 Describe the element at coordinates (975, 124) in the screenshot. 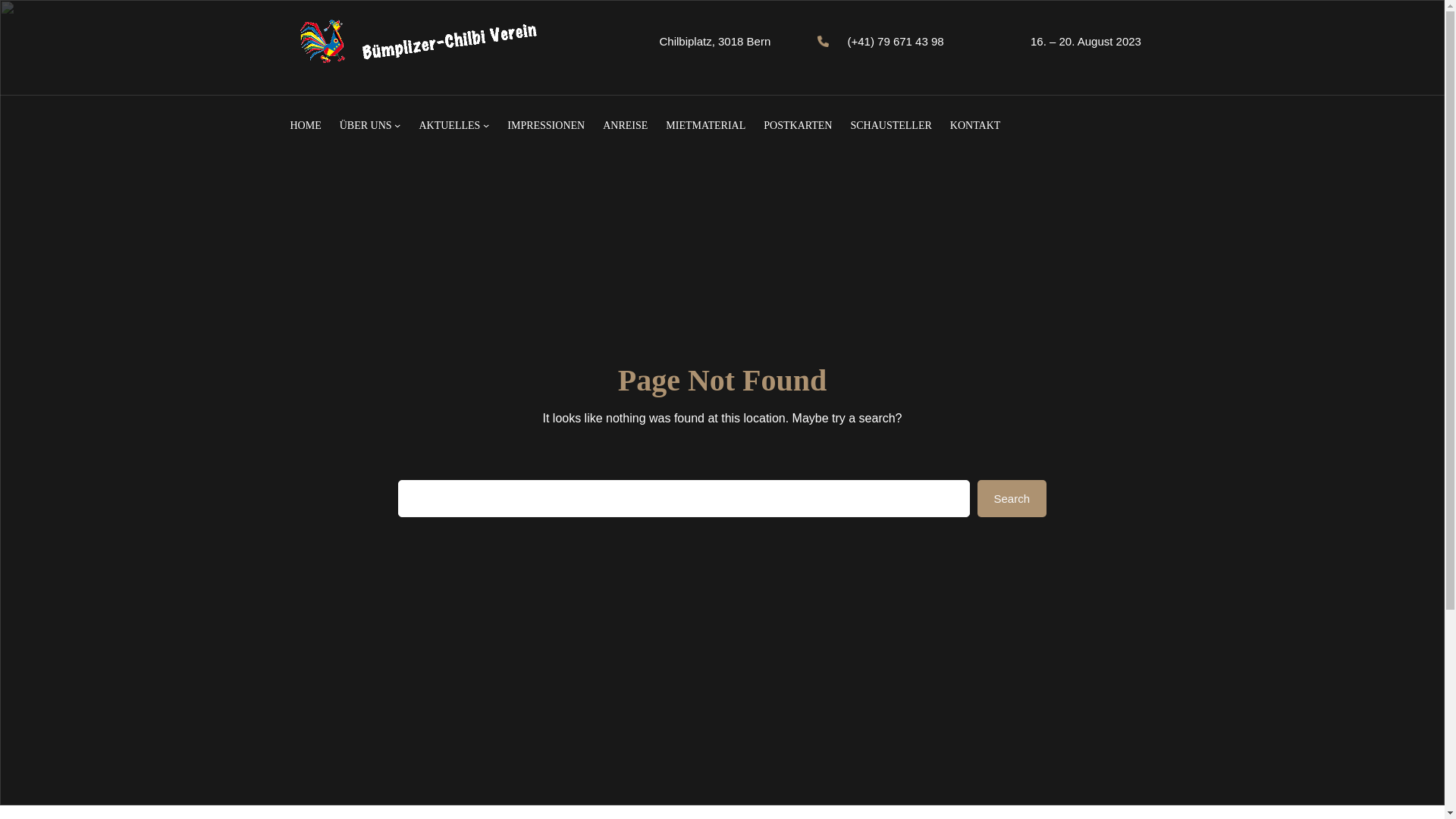

I see `'KONTAKT'` at that location.